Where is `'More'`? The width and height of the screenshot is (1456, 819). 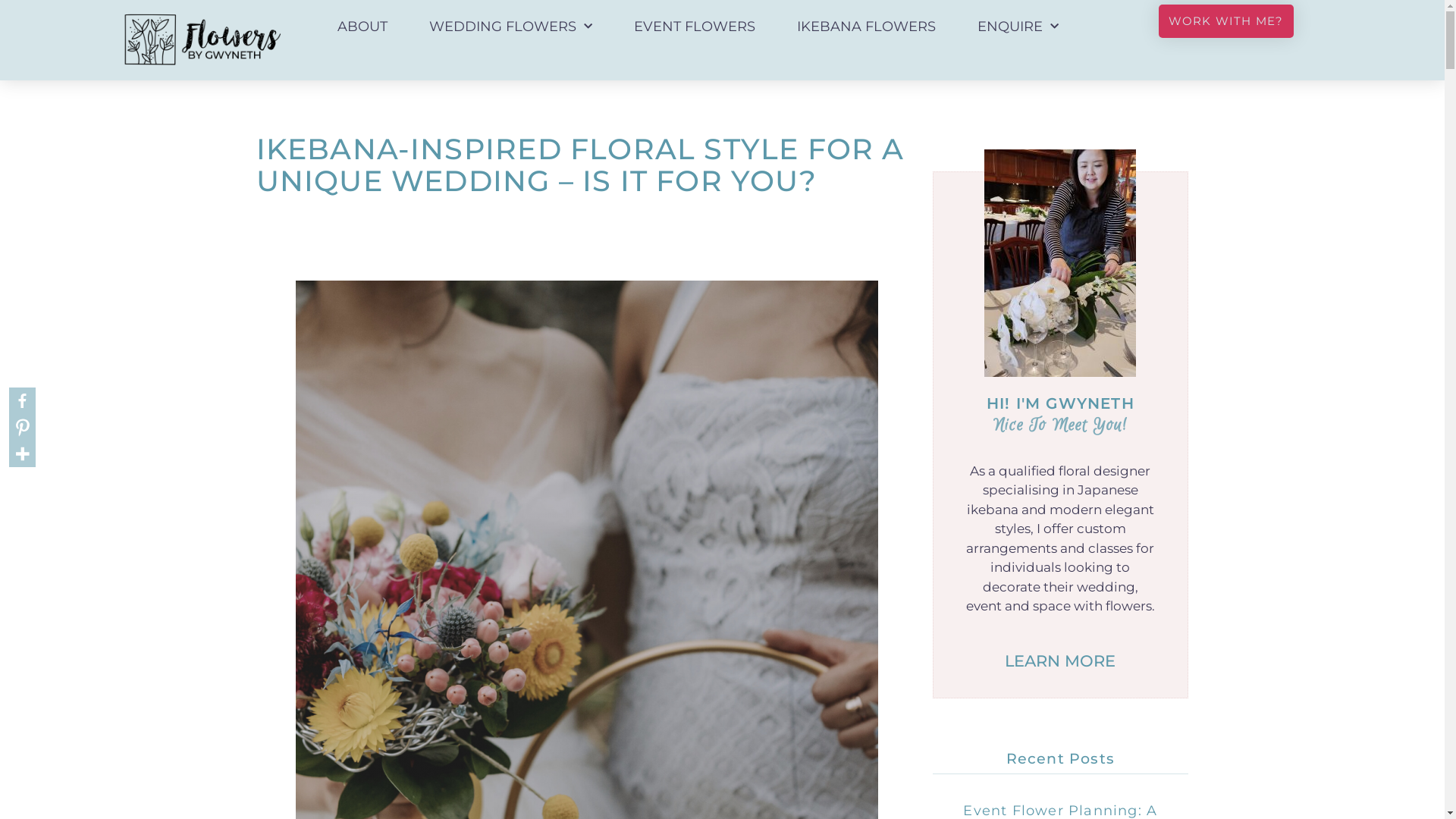 'More' is located at coordinates (22, 453).